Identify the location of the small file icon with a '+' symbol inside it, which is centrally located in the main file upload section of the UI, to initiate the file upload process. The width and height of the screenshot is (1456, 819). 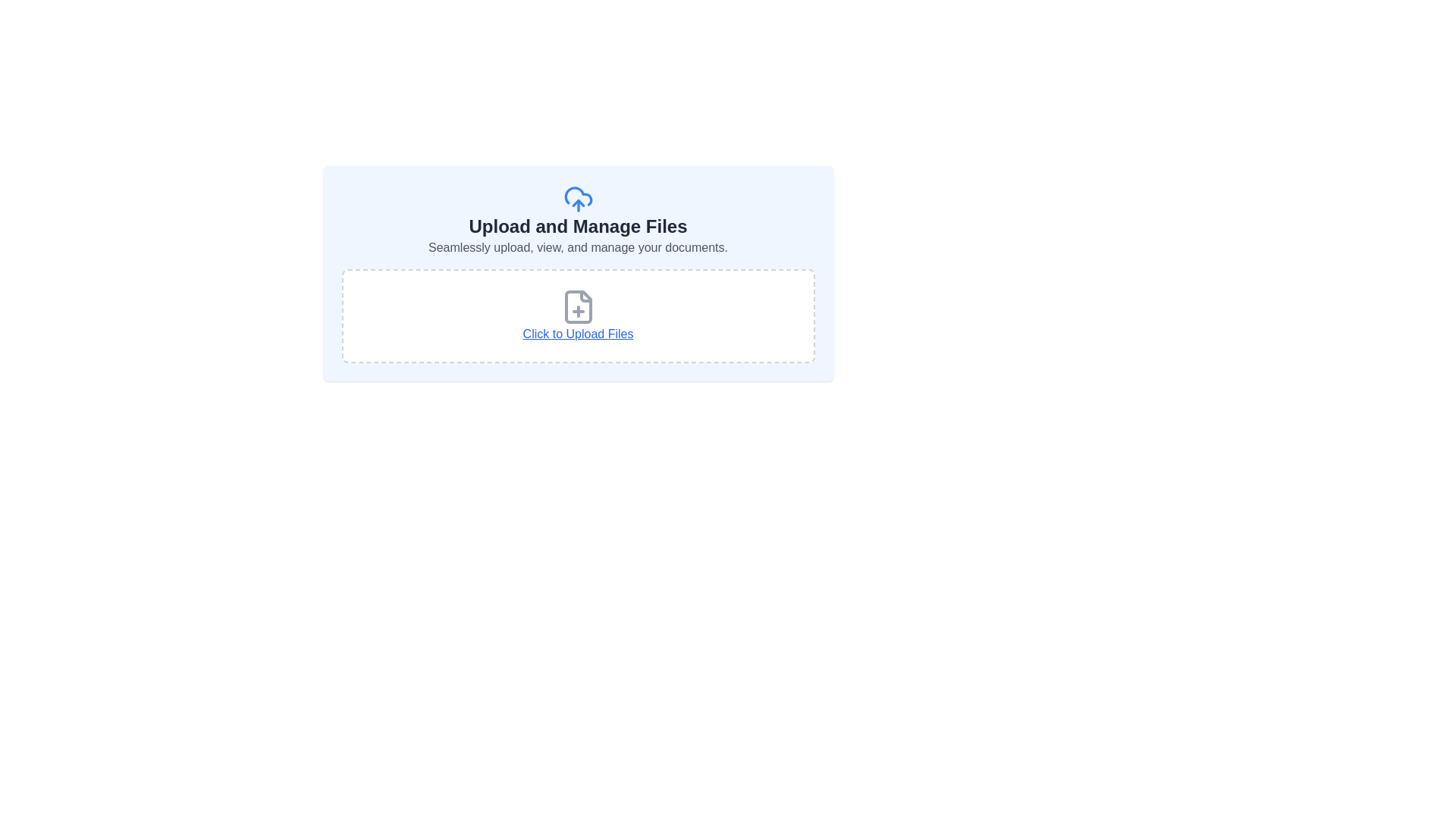
(577, 307).